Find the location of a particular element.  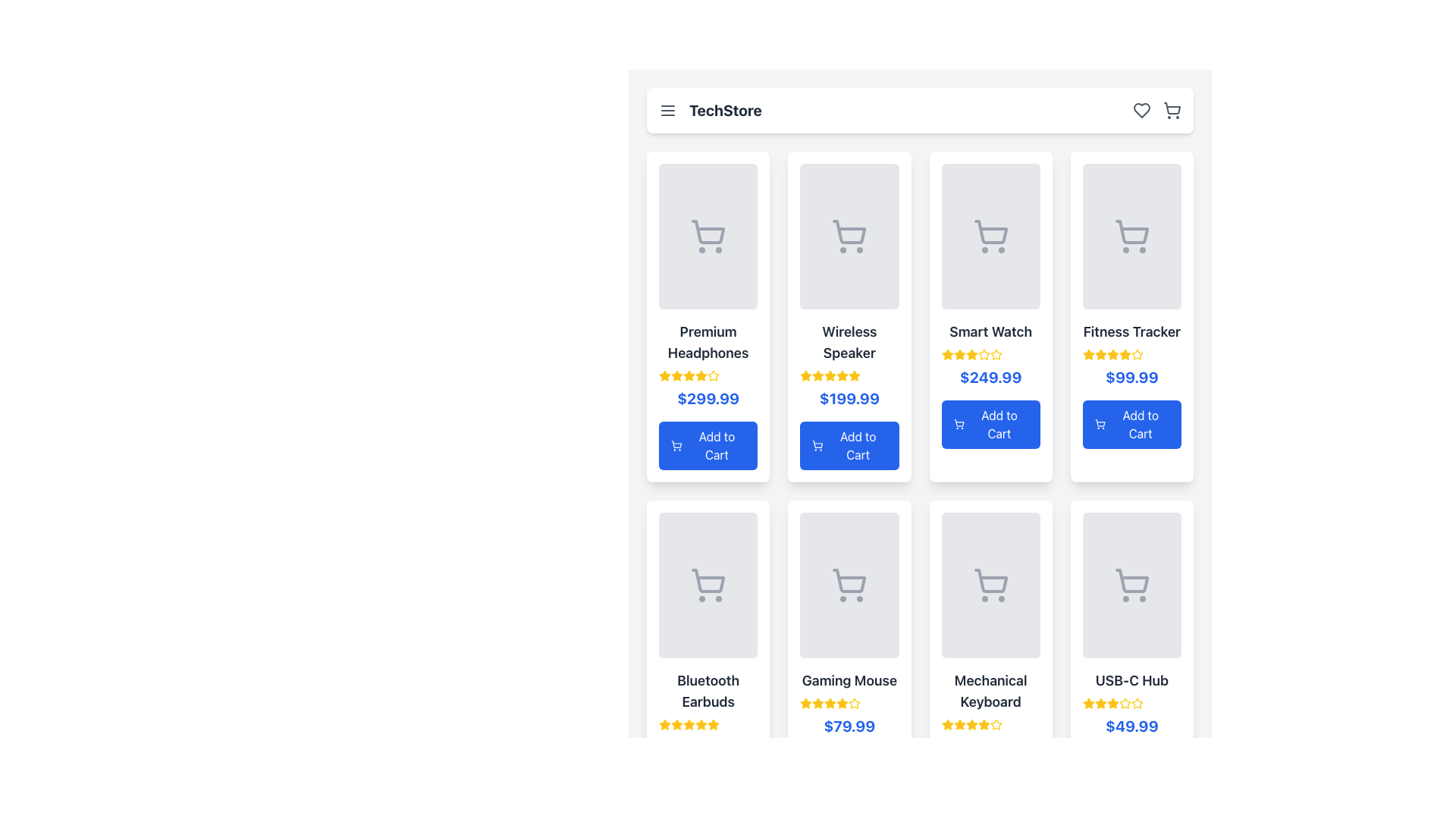

the first yellow star icon in the star rating system located under the product image section of the first product card is located at coordinates (676, 375).